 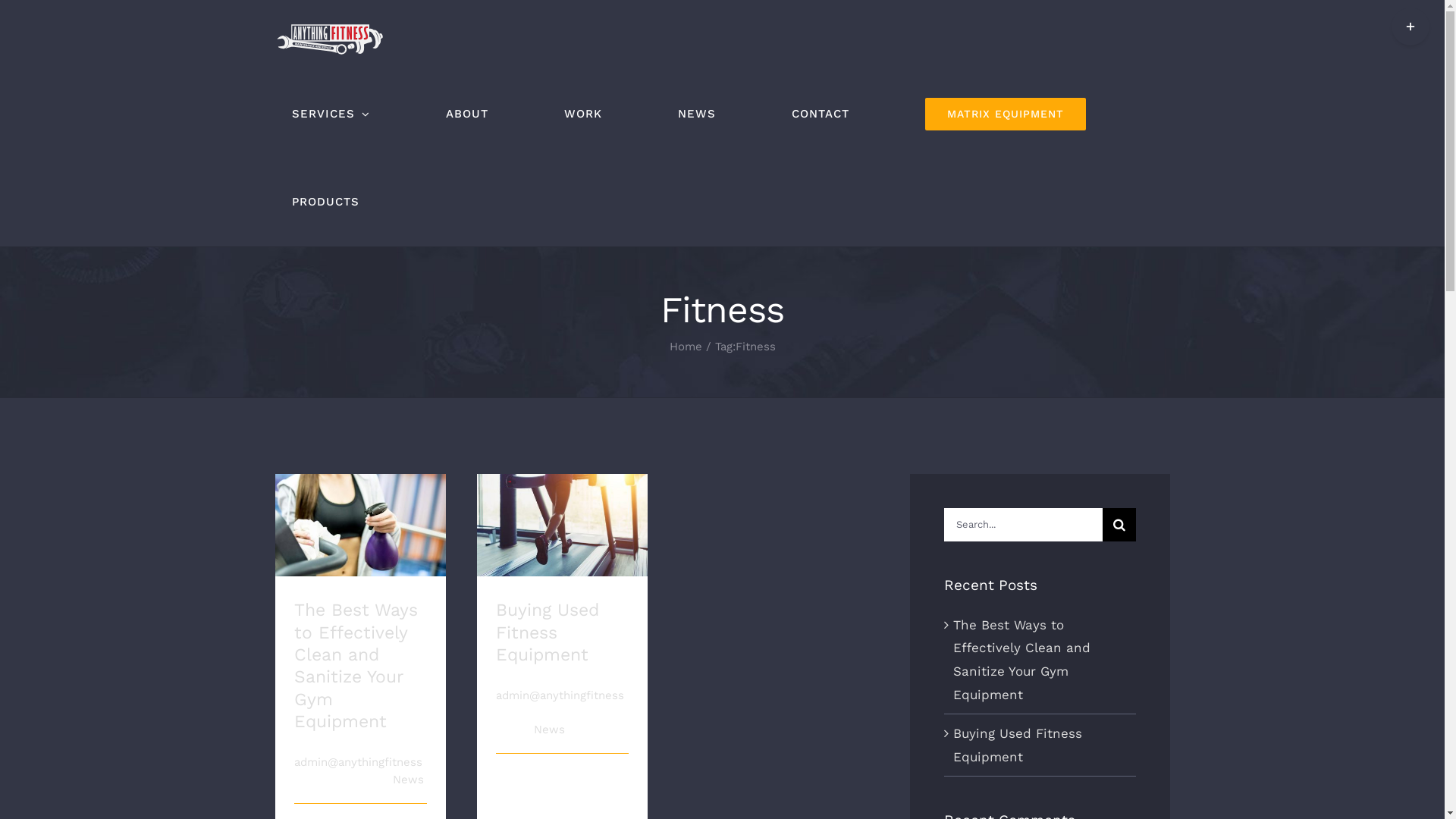 I want to click on 'admin@anythingfitness', so click(x=559, y=695).